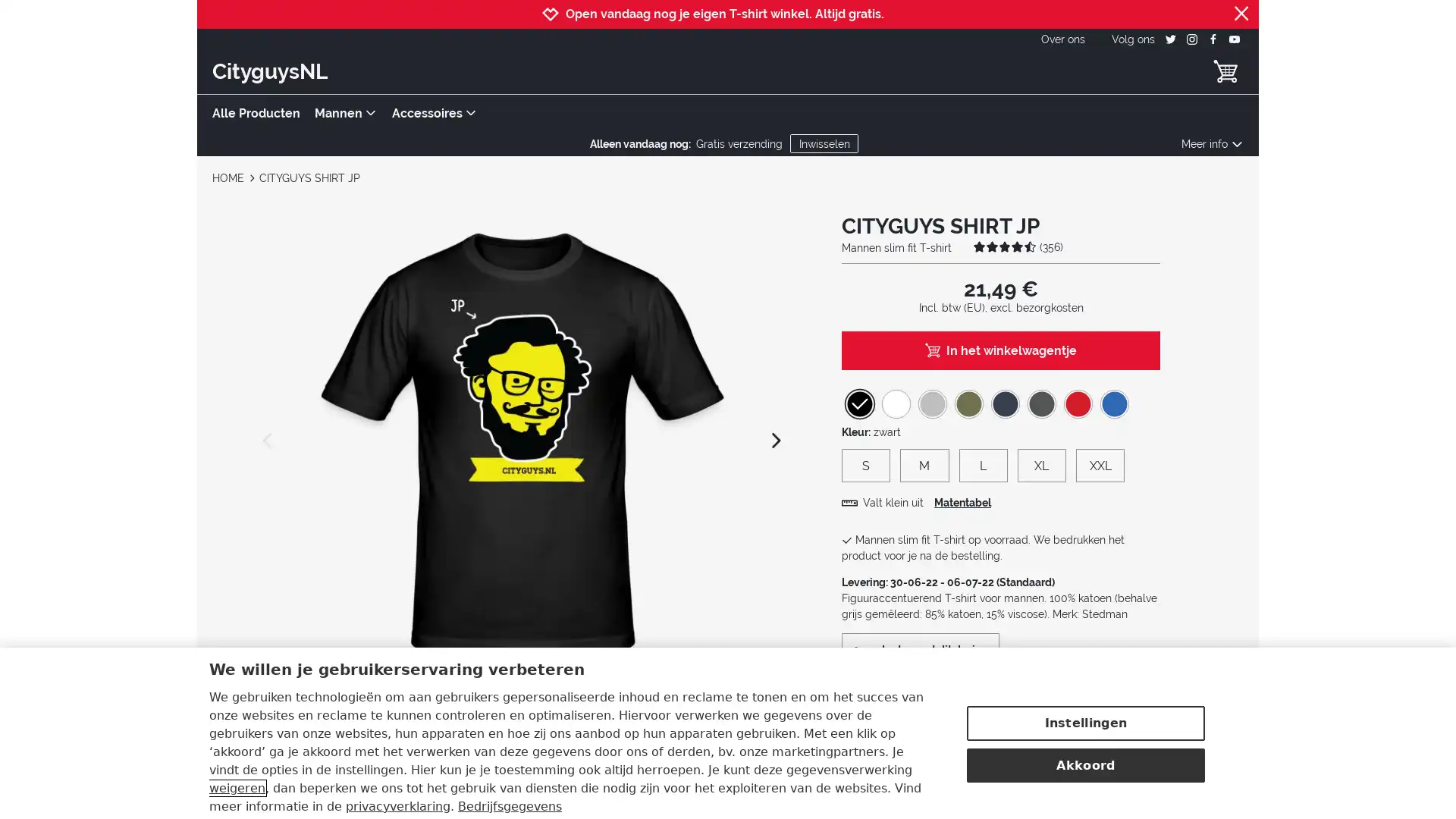 The image size is (1456, 819). I want to click on XL, so click(1040, 464).